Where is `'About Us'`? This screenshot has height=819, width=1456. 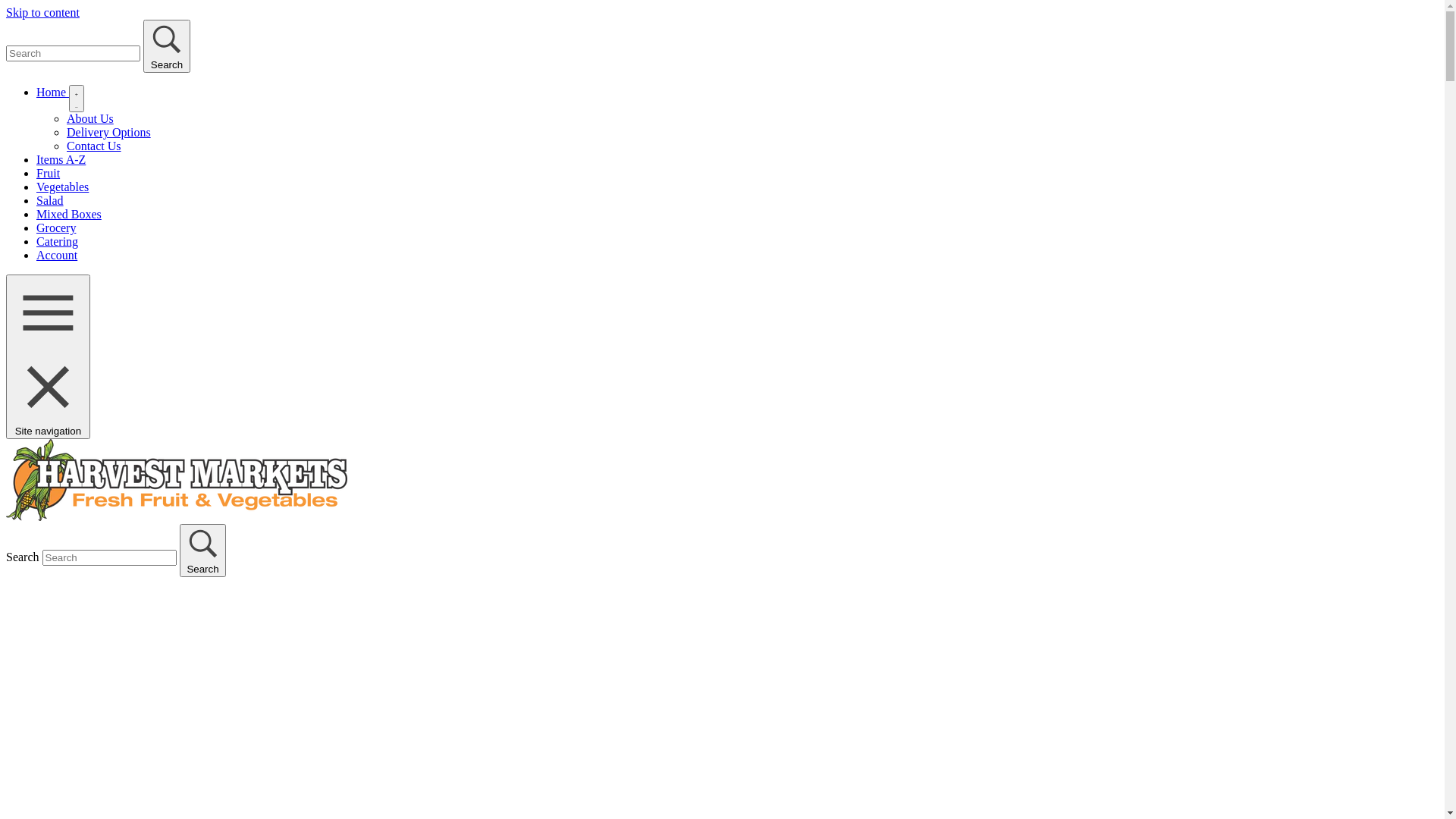
'About Us' is located at coordinates (89, 118).